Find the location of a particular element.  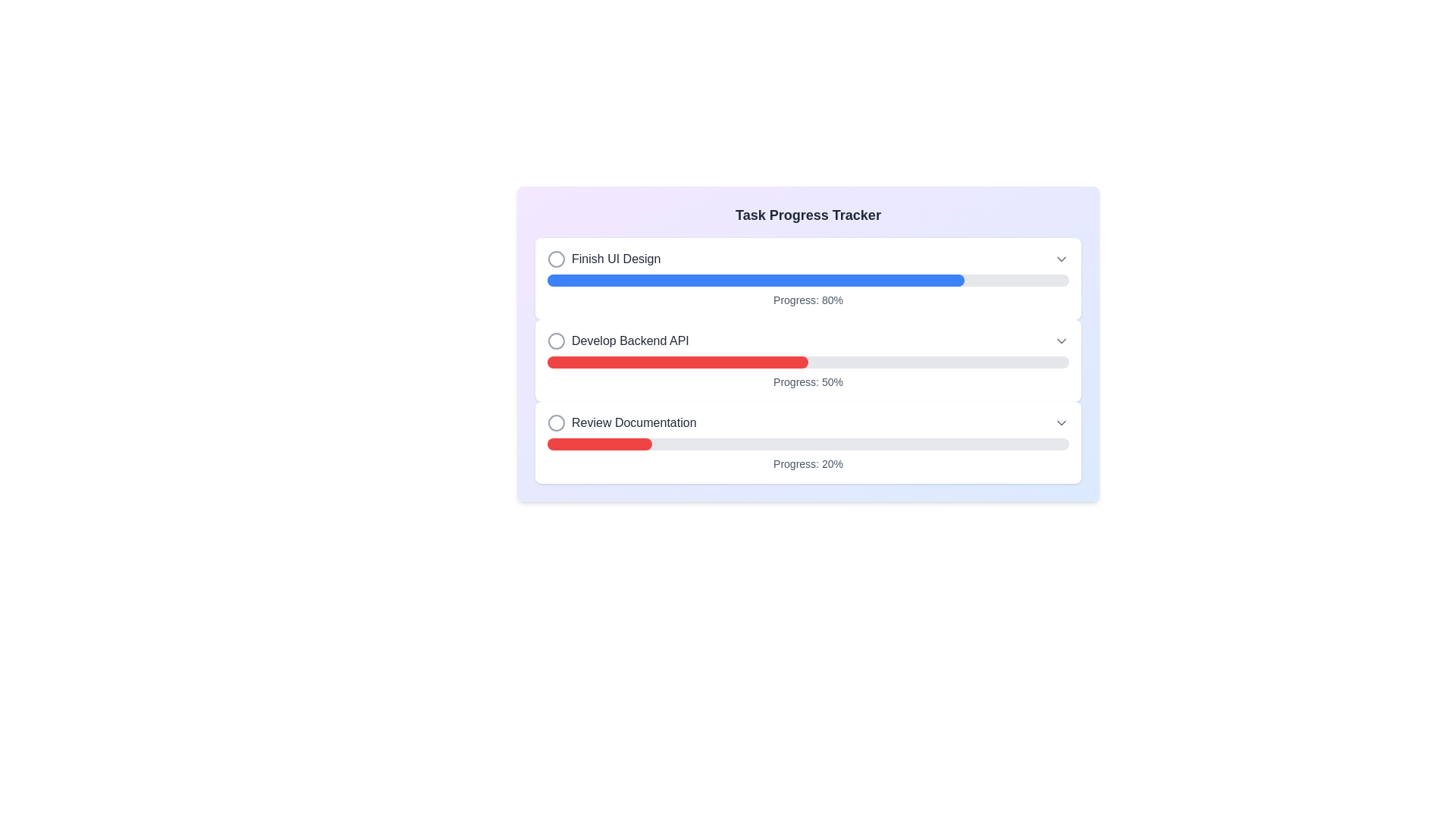

the horizontal progress bar indicating 20% progress for the task titled 'Review Documentation.' is located at coordinates (807, 444).